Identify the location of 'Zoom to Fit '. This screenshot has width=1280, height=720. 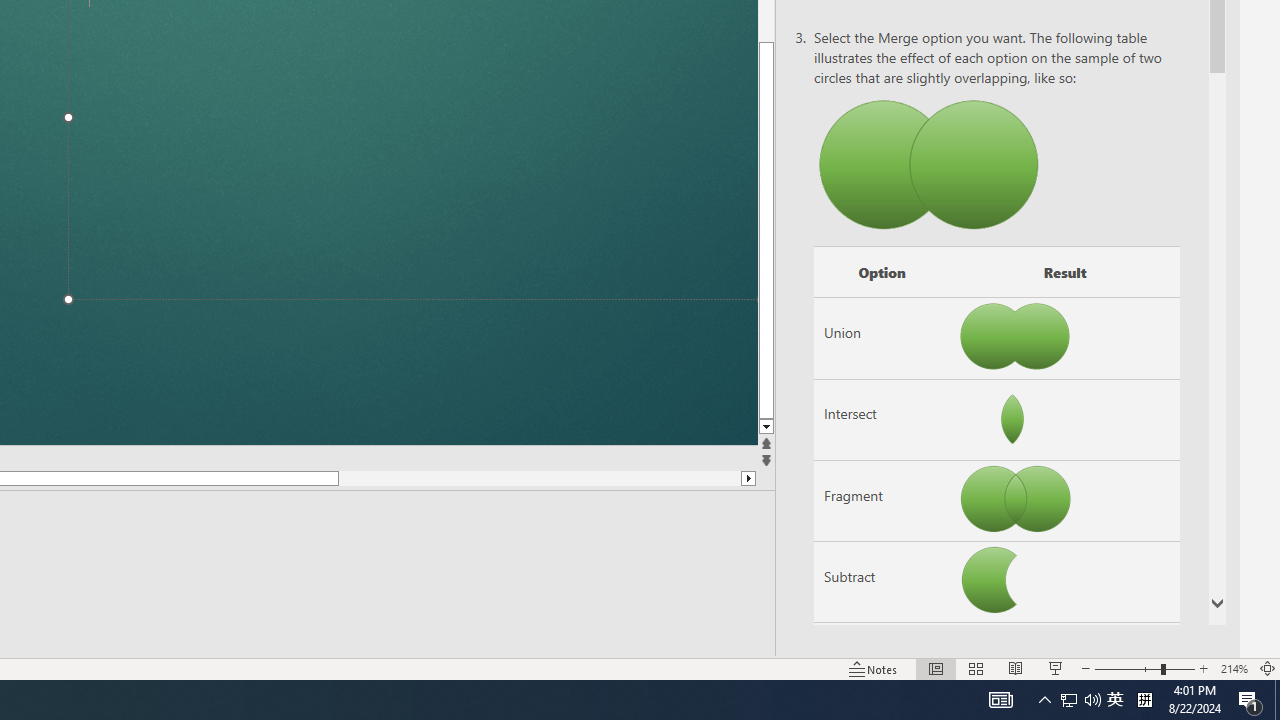
(1266, 669).